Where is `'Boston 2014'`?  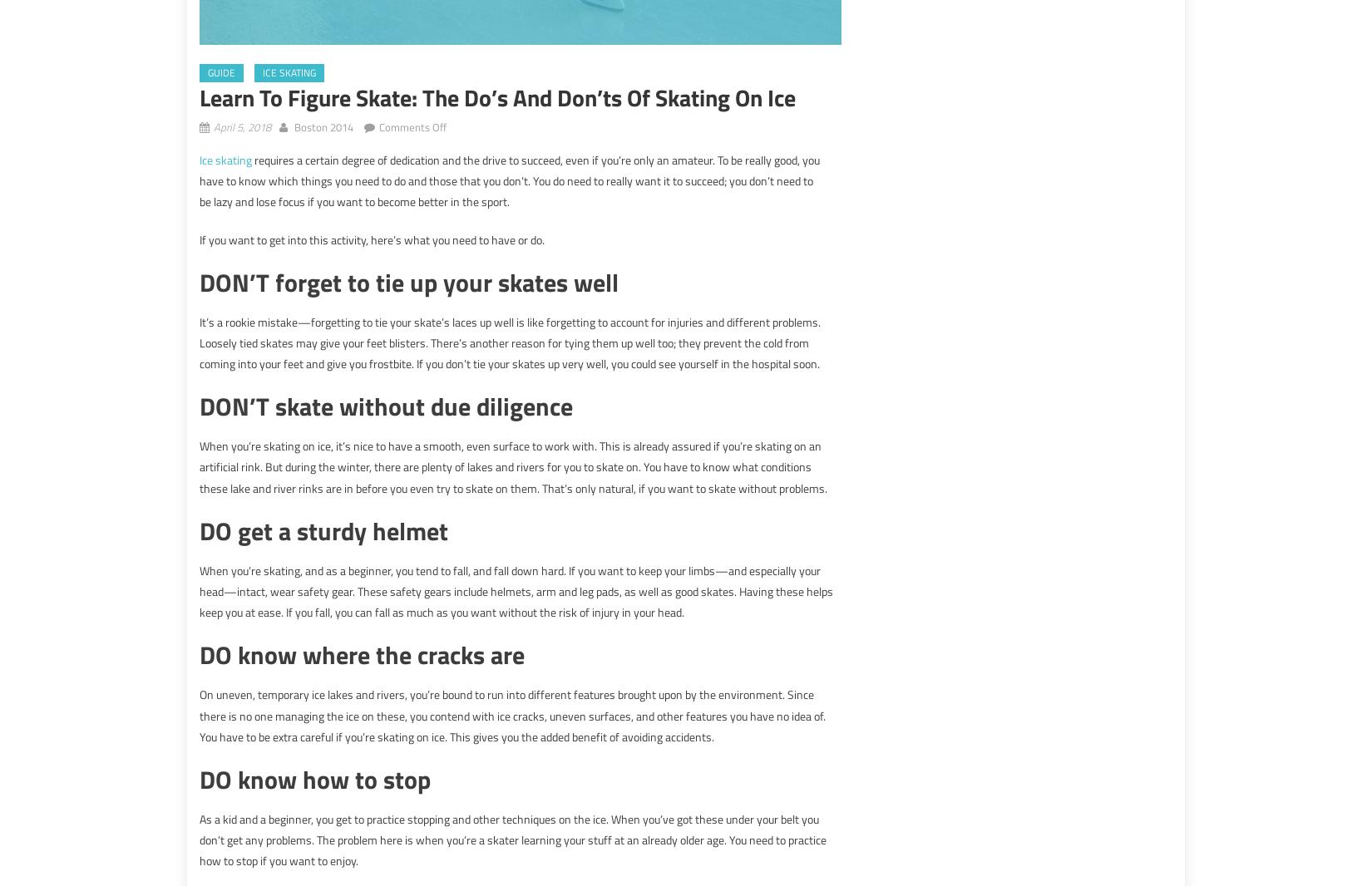
'Boston 2014' is located at coordinates (323, 126).